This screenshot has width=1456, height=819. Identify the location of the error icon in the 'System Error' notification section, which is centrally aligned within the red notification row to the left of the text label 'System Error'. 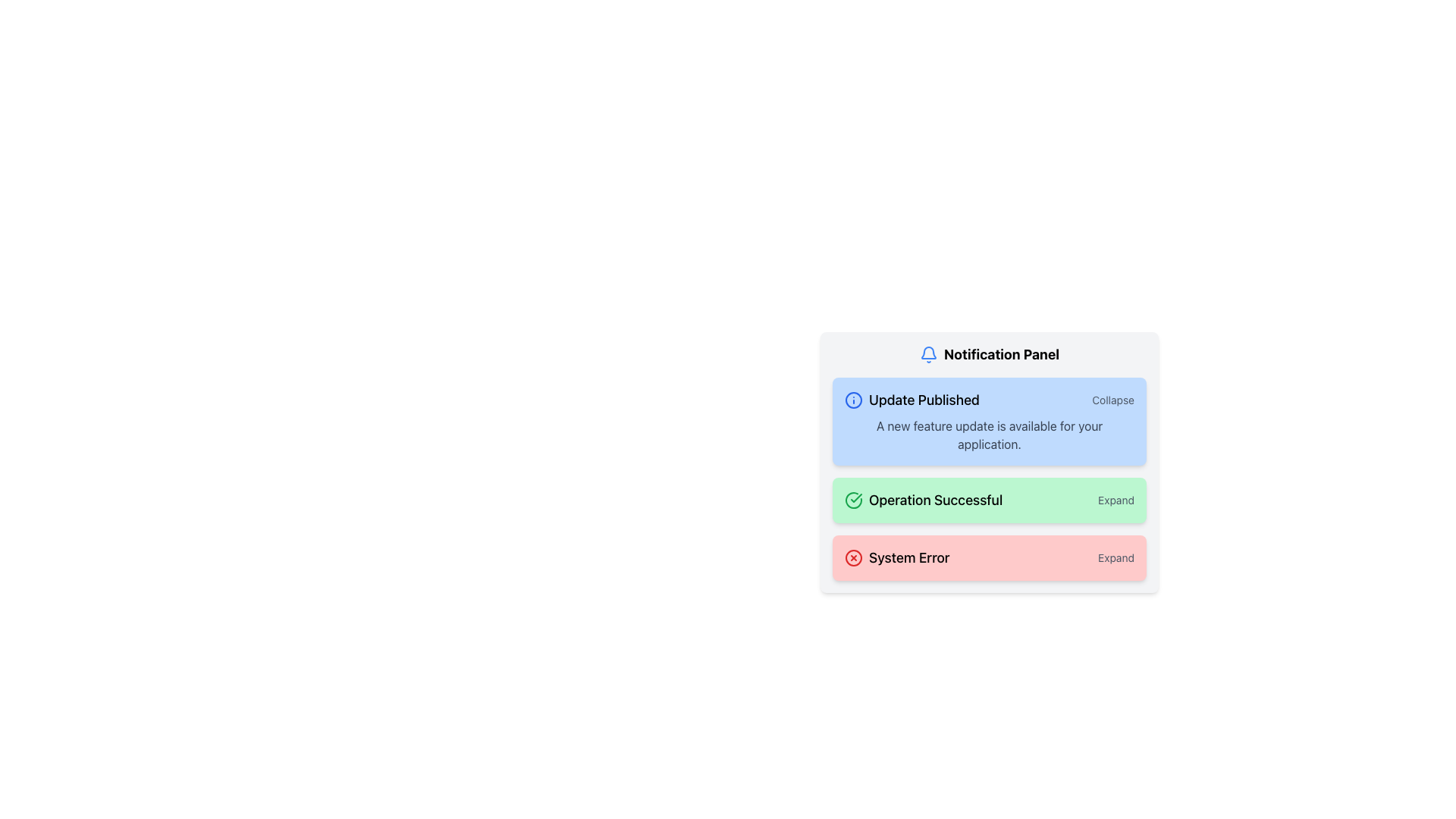
(854, 558).